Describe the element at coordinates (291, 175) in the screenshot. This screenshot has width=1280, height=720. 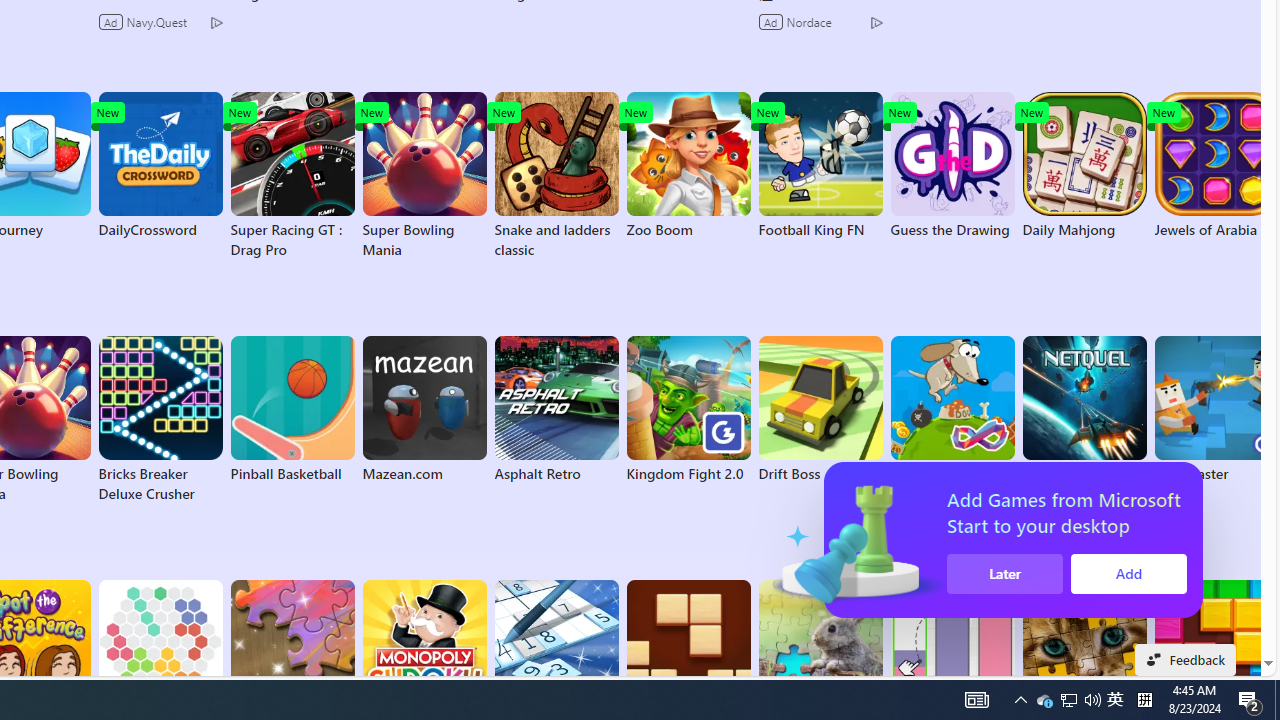
I see `'Super Racing GT : Drag Pro'` at that location.